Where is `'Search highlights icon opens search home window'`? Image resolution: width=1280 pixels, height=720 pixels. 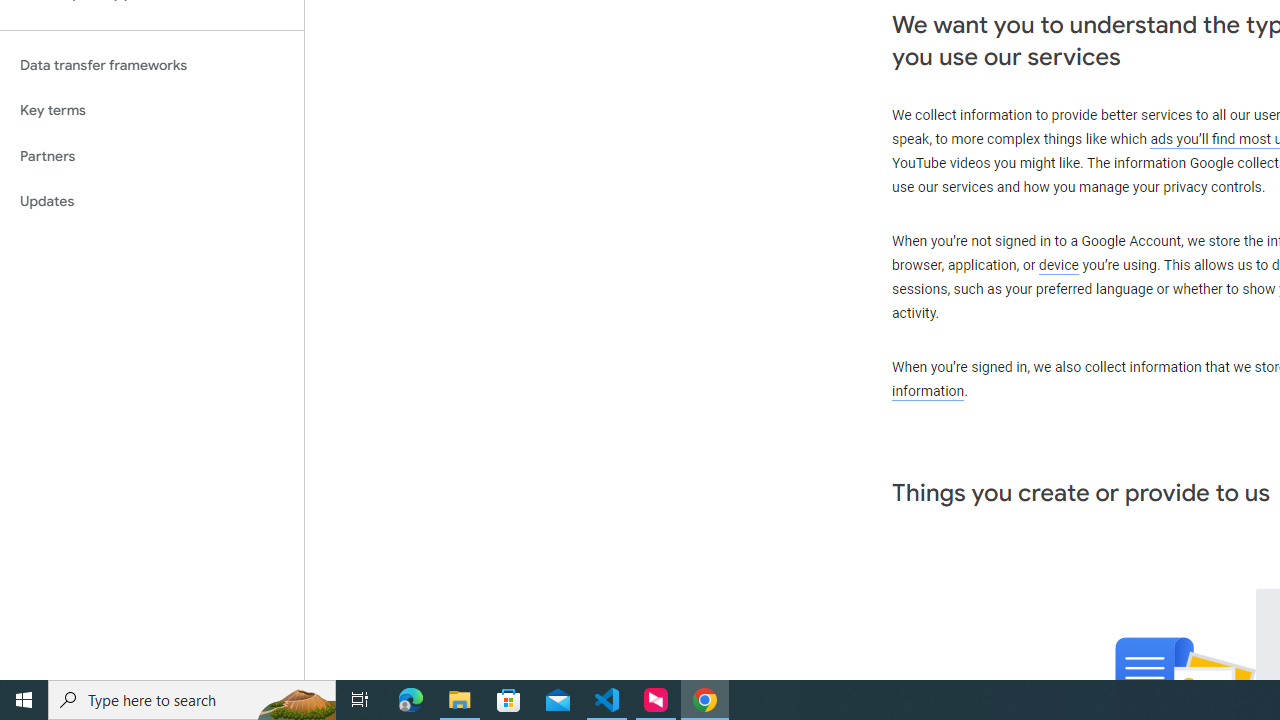 'Search highlights icon opens search home window' is located at coordinates (294, 698).